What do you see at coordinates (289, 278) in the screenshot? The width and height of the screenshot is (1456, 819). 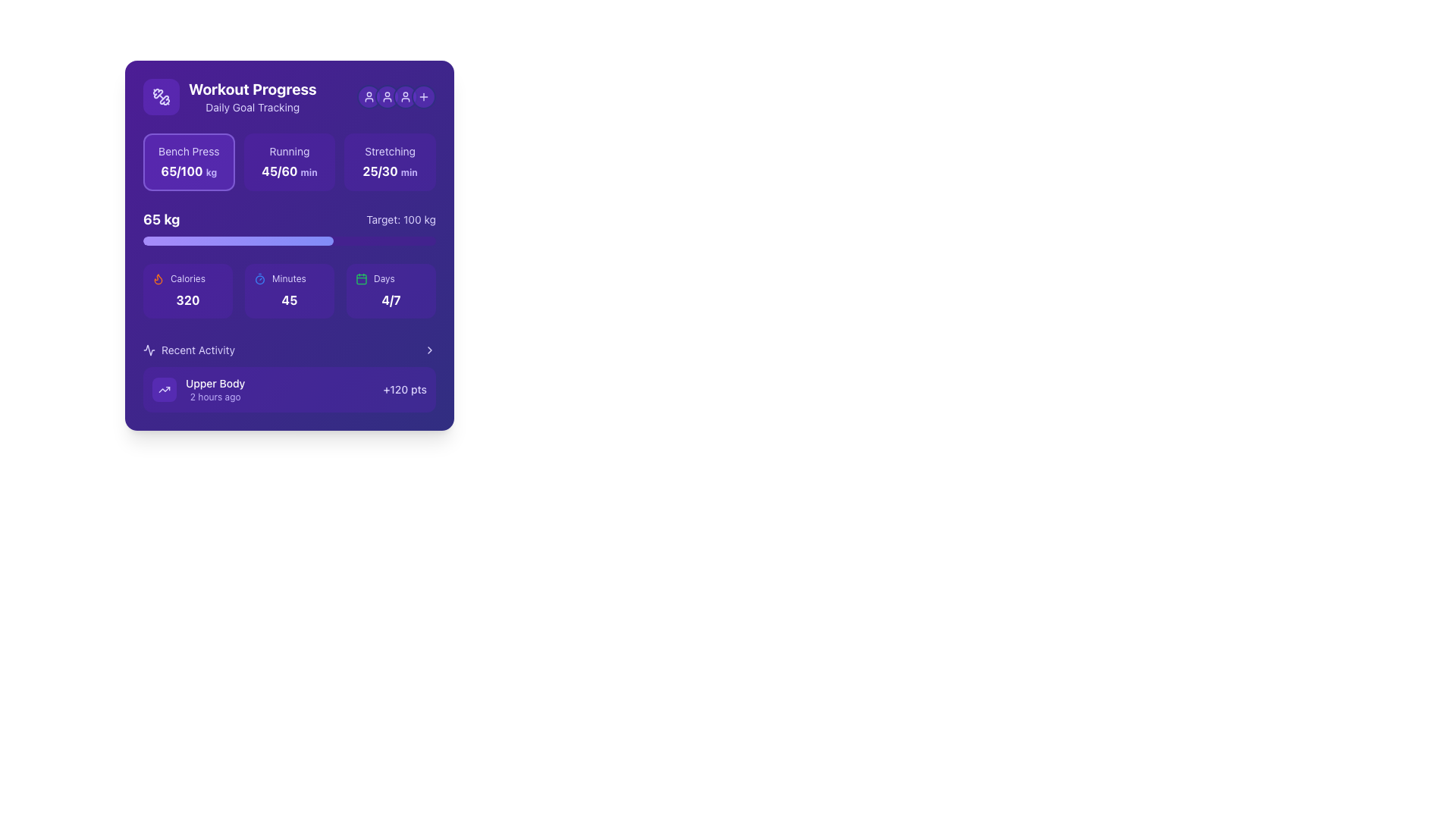 I see `the text label that describes the associated numeric value indicating minutes, positioned to the right of a blue stopwatch icon and above the time duration number` at bounding box center [289, 278].